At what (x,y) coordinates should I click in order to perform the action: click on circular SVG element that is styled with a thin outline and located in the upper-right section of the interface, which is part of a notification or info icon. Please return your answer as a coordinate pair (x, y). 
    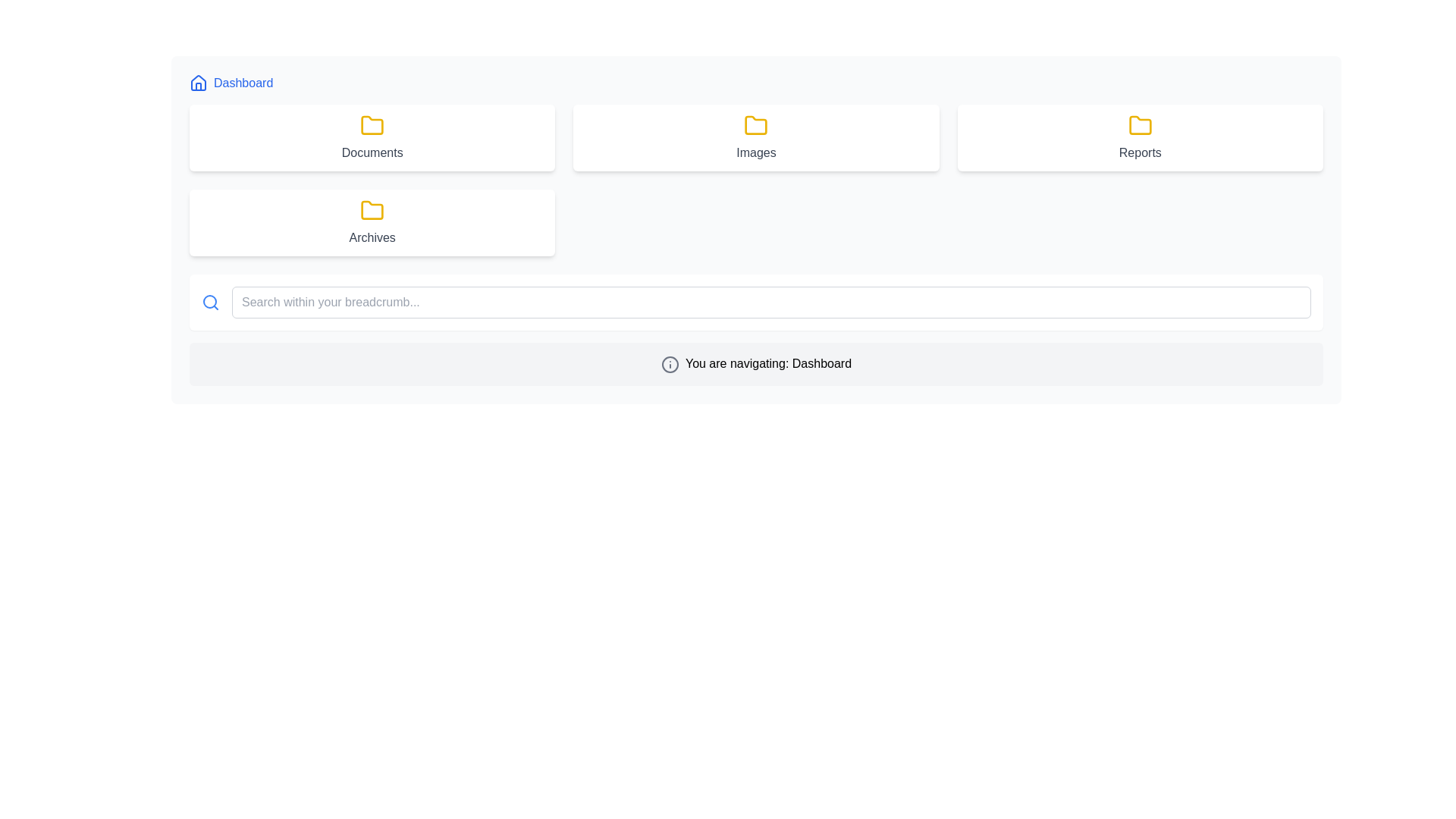
    Looking at the image, I should click on (669, 364).